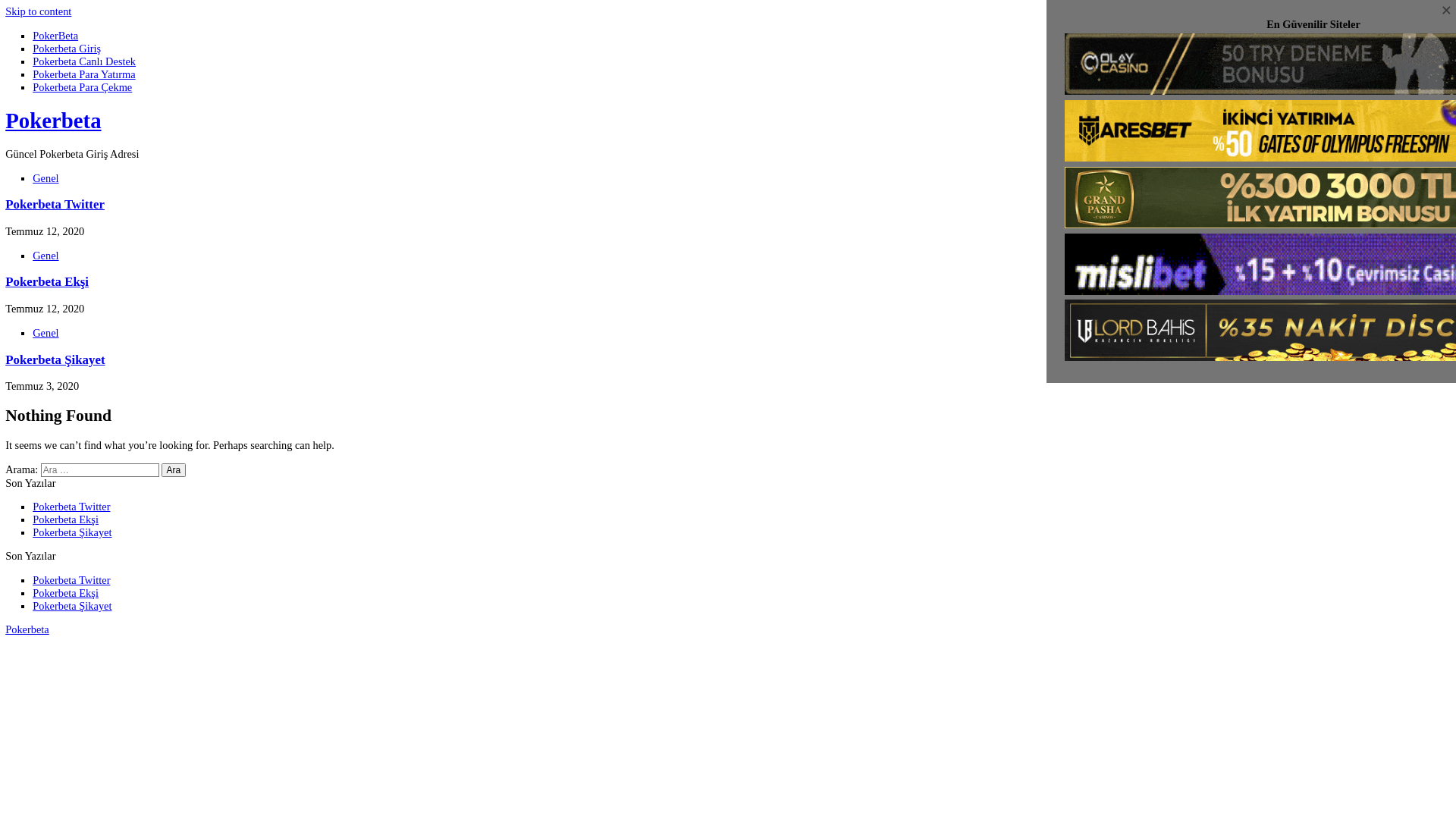  Describe the element at coordinates (36, 644) in the screenshot. I see `'Pokerbeta Twitter'` at that location.